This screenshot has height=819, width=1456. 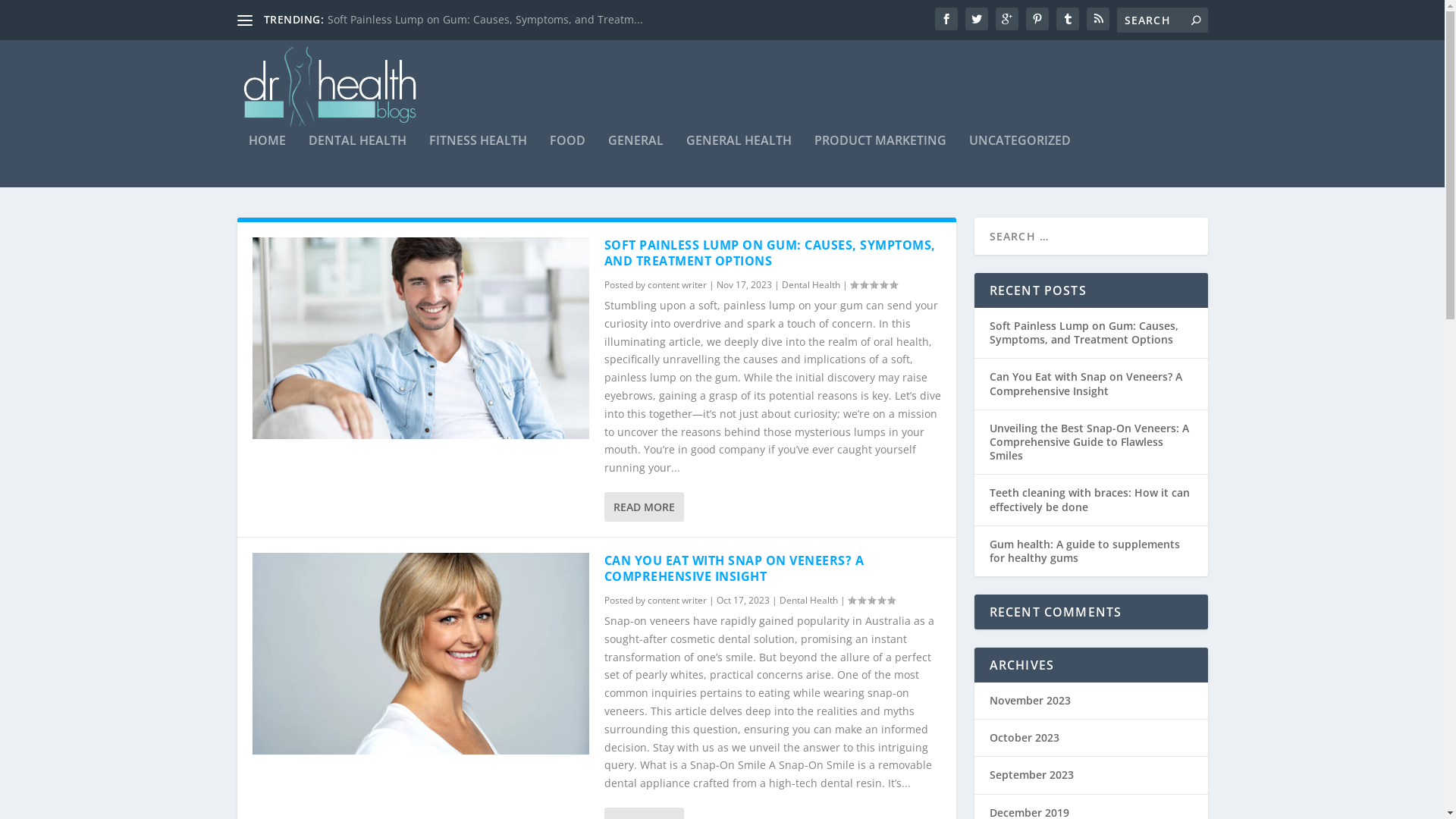 I want to click on 'READ MORE', so click(x=643, y=507).